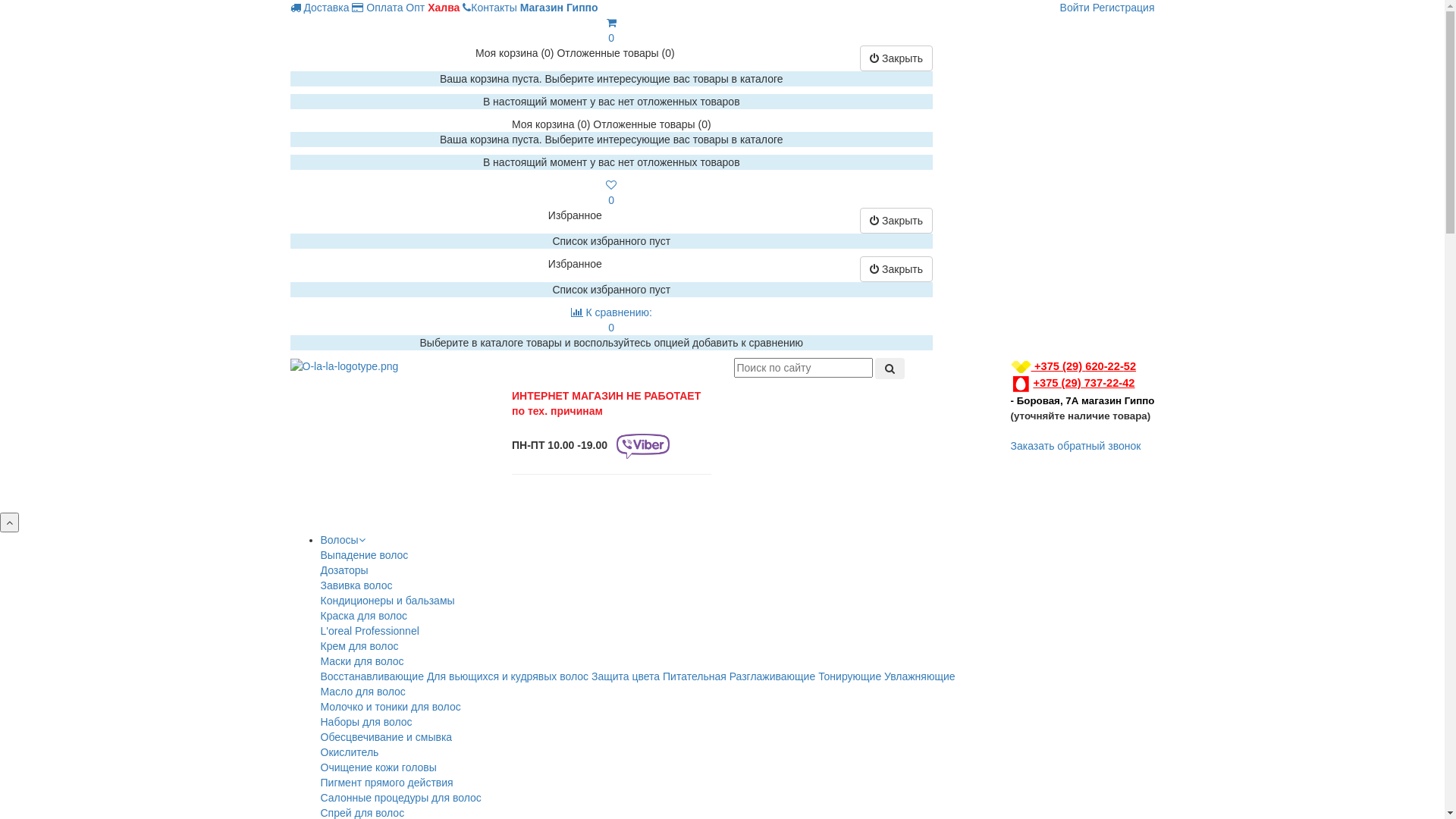 This screenshot has width=1456, height=819. Describe the element at coordinates (1020, 383) in the screenshot. I see `'mts_tel.png'` at that location.